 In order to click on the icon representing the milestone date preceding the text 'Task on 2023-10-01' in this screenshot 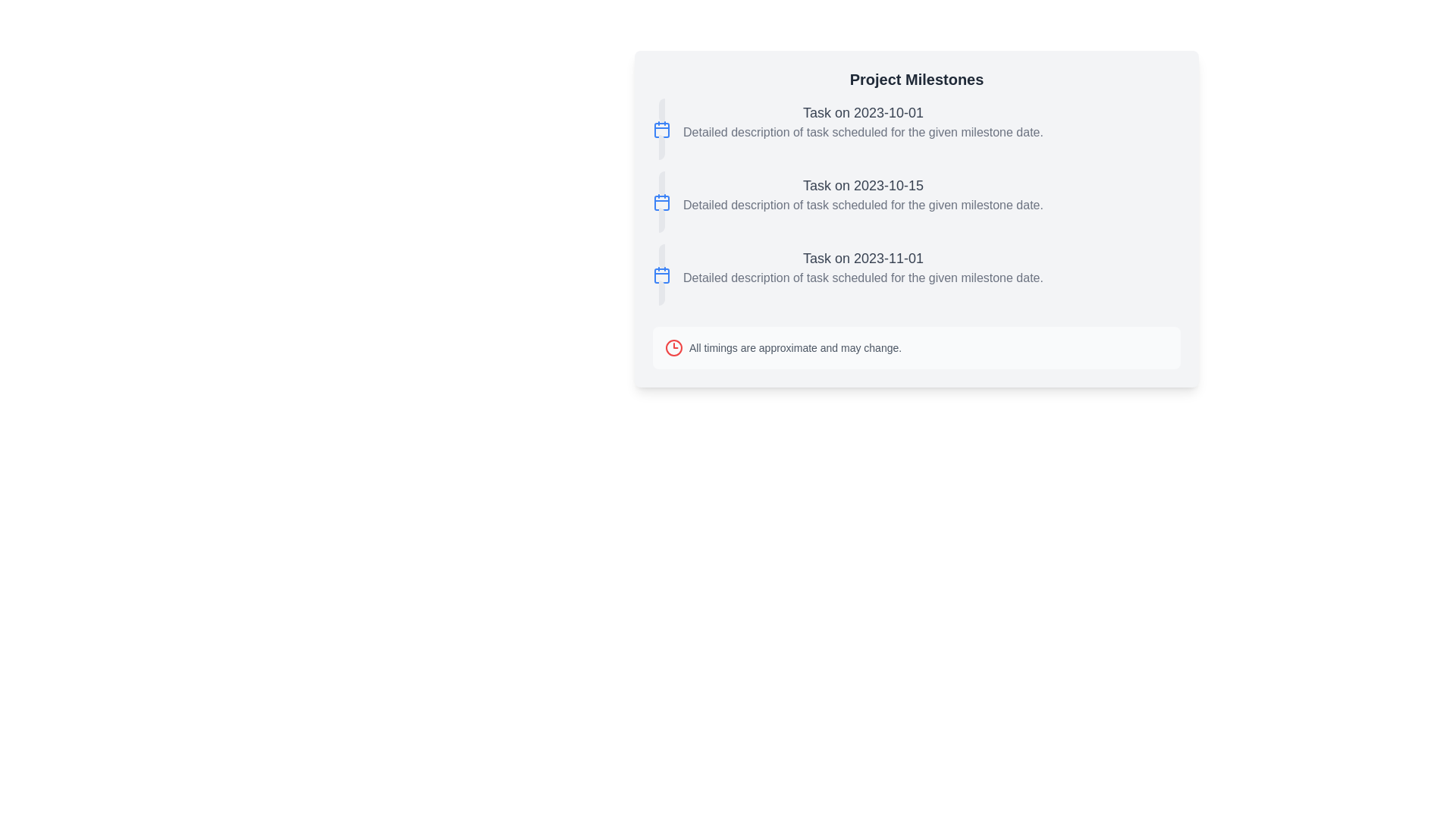, I will do `click(662, 128)`.